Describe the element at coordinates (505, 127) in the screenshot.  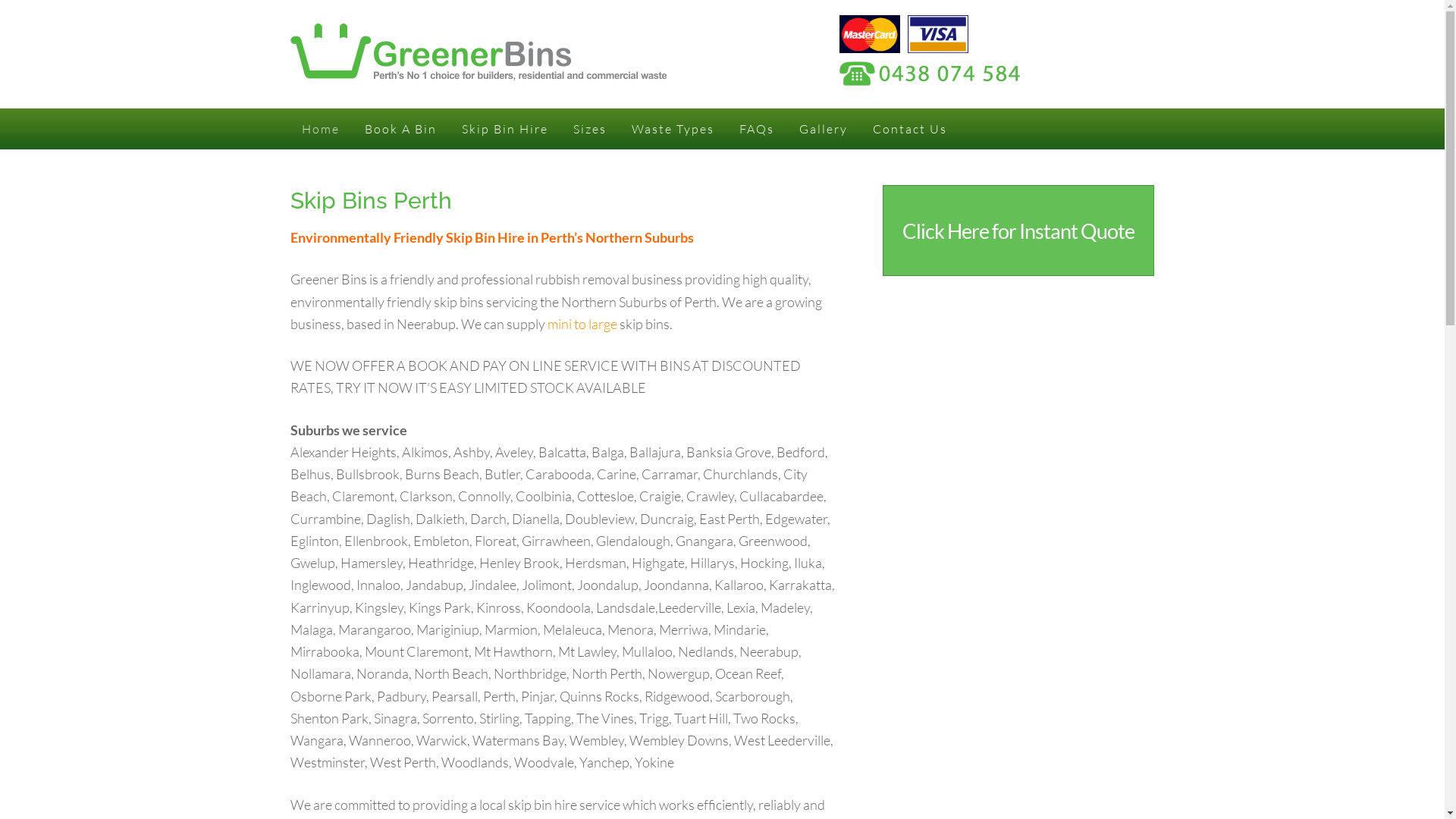
I see `'Skip Bin Hire'` at that location.